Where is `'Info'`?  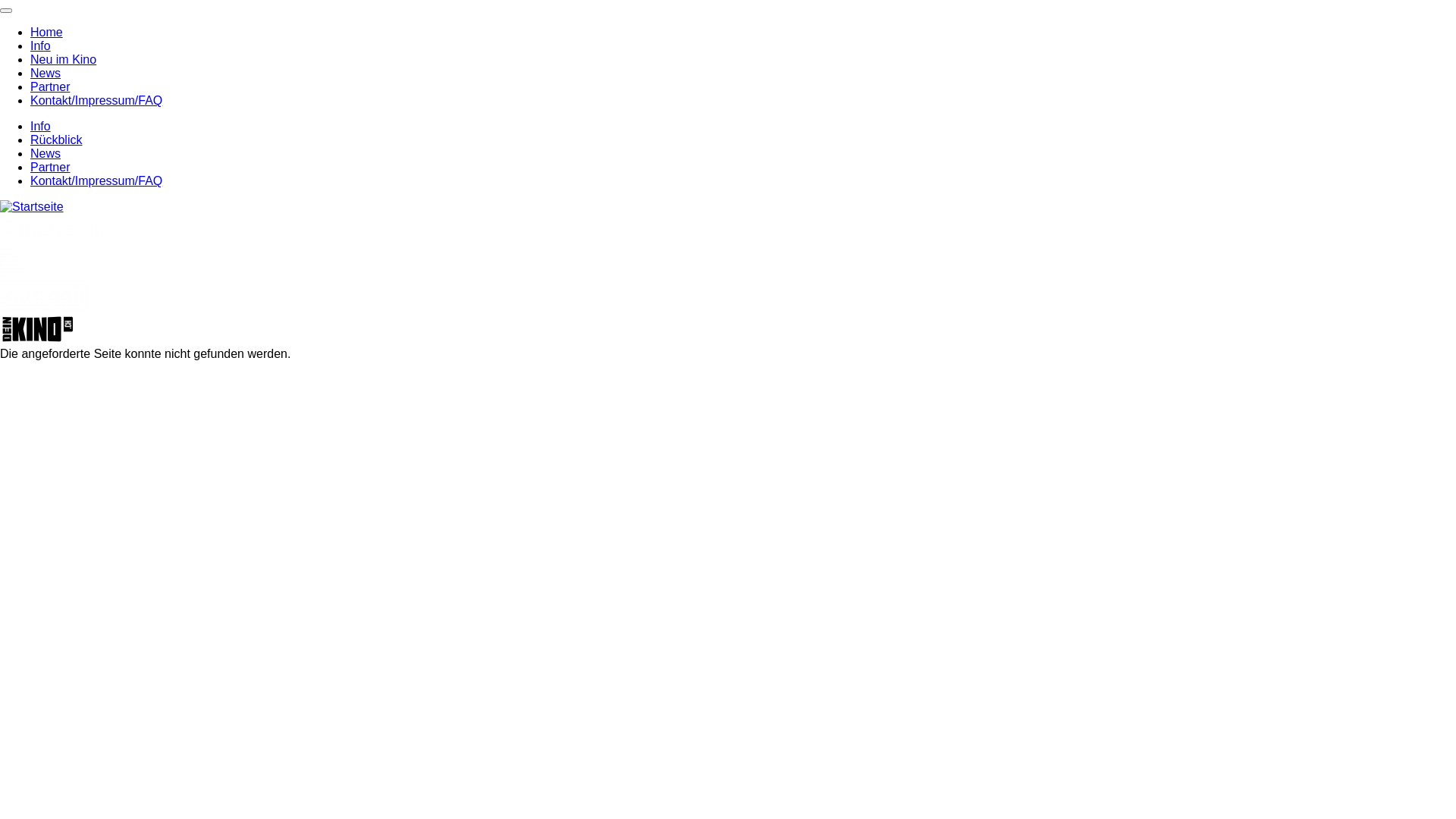 'Info' is located at coordinates (40, 45).